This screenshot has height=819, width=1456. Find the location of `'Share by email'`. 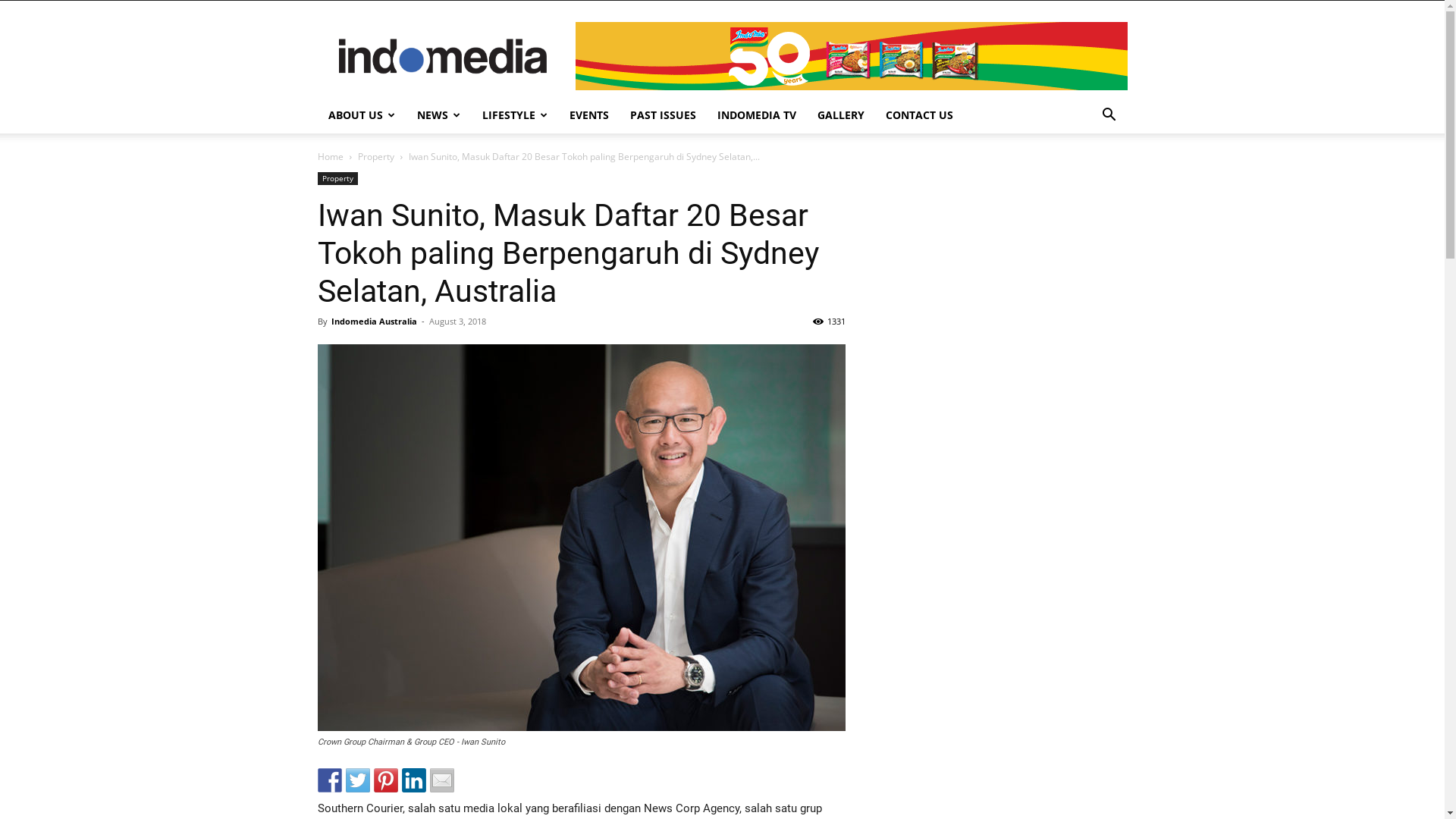

'Share by email' is located at coordinates (440, 780).